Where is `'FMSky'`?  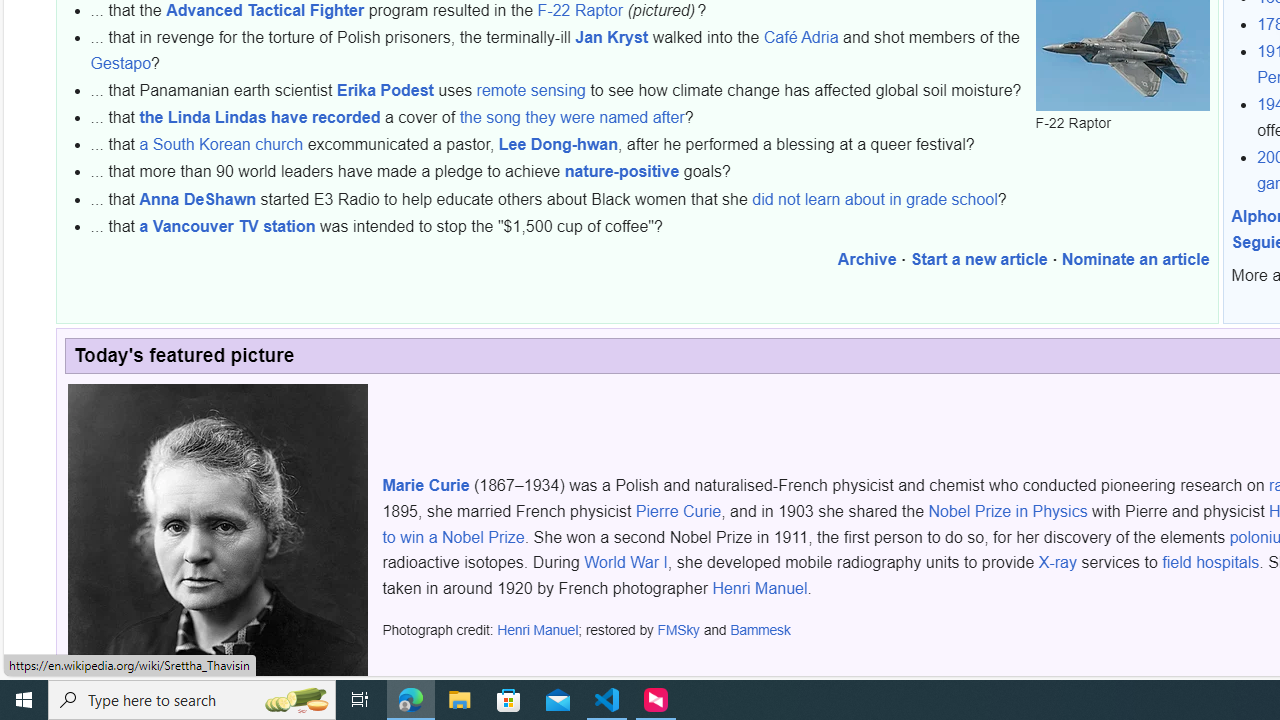 'FMSky' is located at coordinates (678, 631).